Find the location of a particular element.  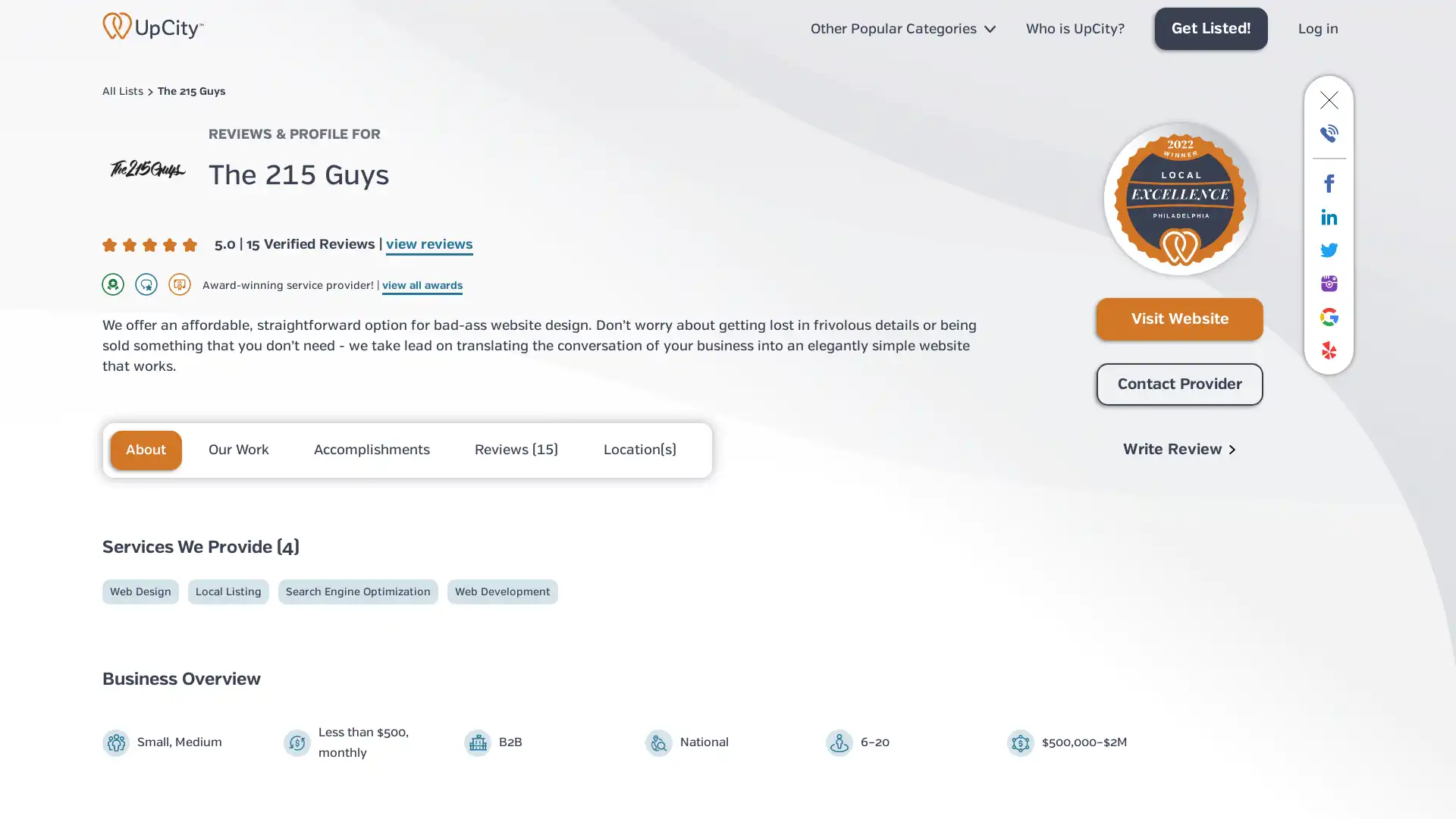

Accomplishments is located at coordinates (373, 449).